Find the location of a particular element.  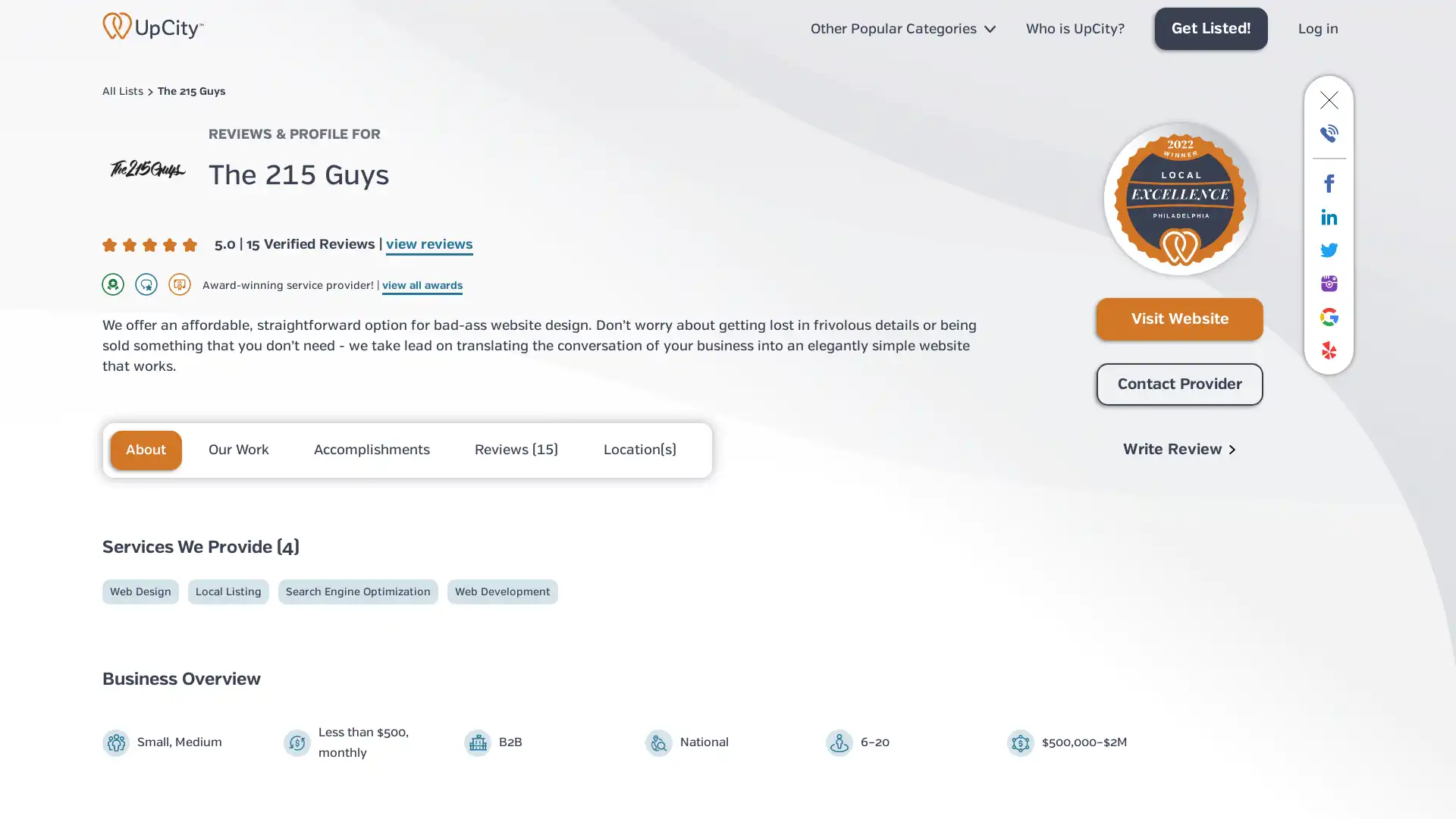

Accomplishments is located at coordinates (373, 449).